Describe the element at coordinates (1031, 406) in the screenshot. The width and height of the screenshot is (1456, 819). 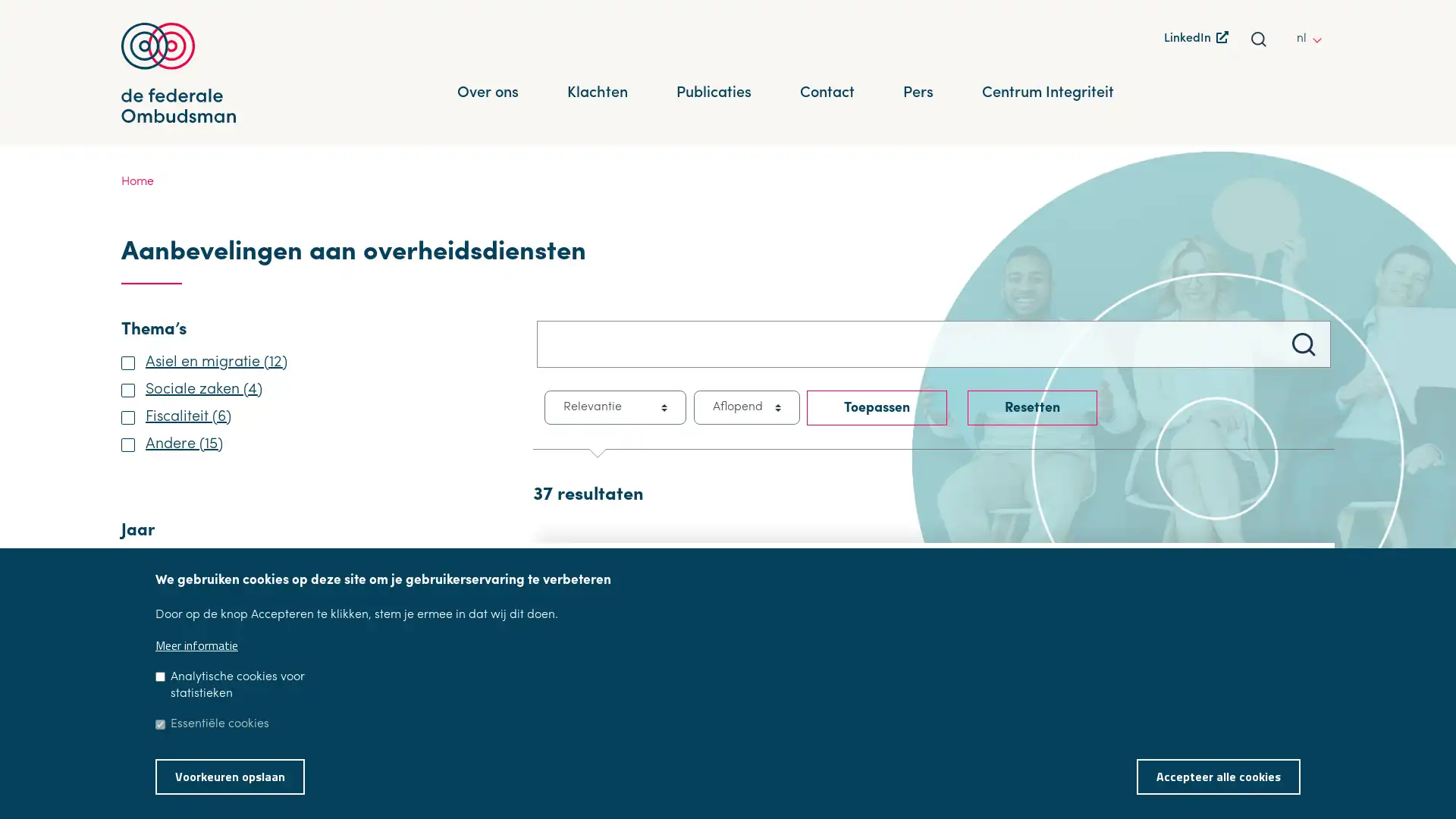
I see `Resetten` at that location.